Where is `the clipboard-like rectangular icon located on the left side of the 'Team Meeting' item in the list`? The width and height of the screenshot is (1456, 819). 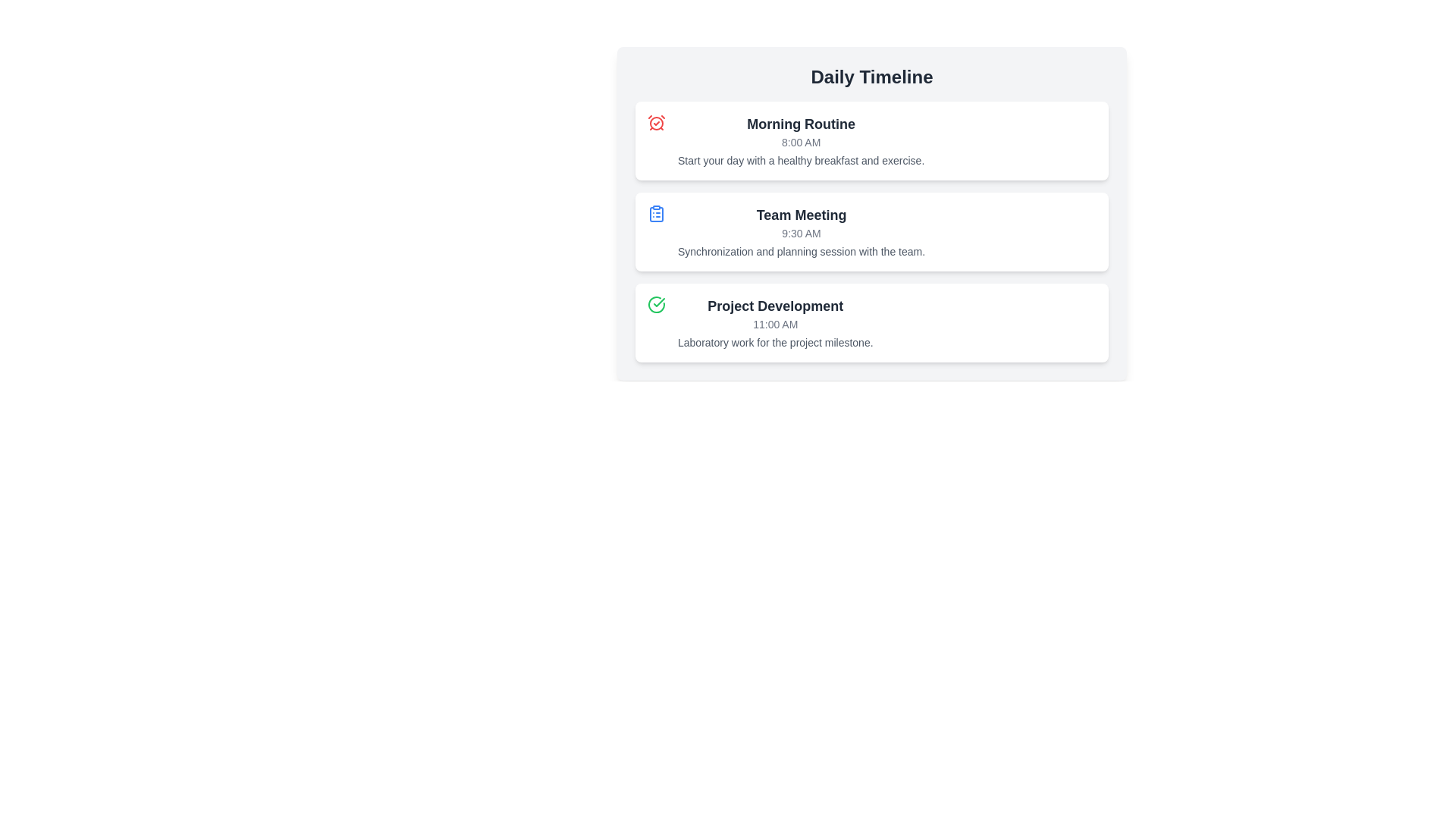 the clipboard-like rectangular icon located on the left side of the 'Team Meeting' item in the list is located at coordinates (656, 214).